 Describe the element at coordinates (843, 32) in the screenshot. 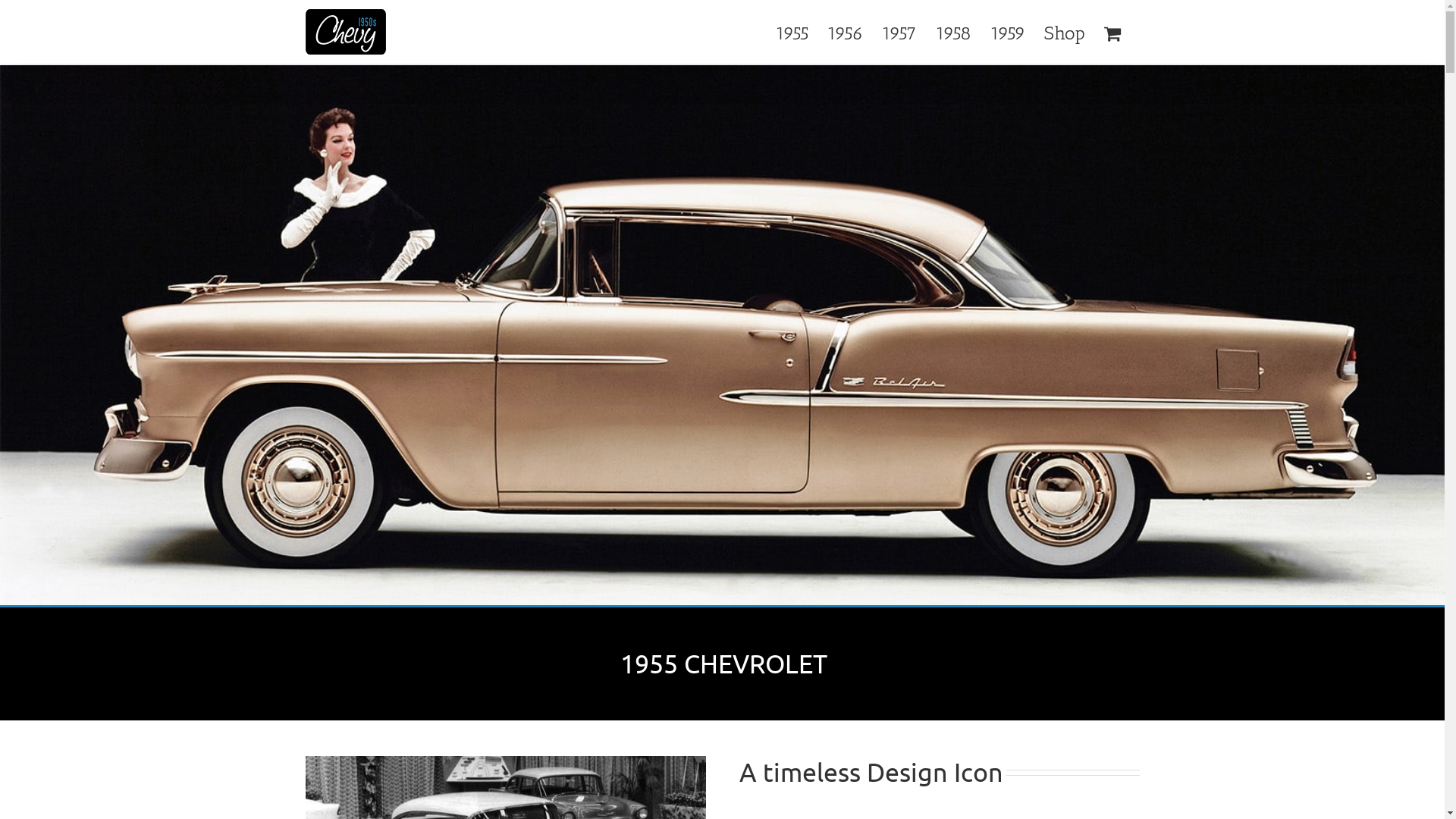

I see `'1956'` at that location.